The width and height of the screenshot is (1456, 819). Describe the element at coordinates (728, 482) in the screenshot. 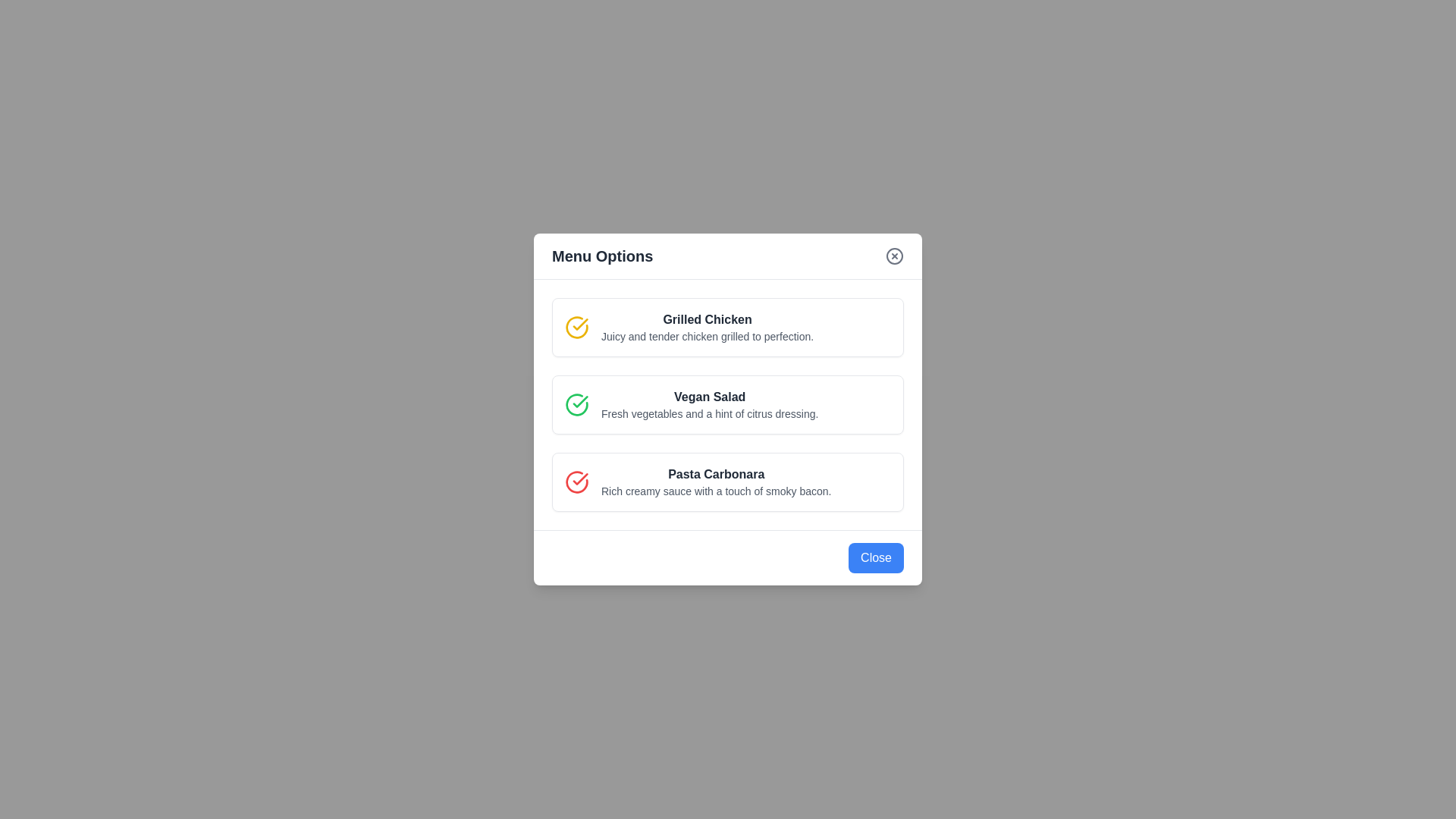

I see `the menu item Pasta Carbonara` at that location.